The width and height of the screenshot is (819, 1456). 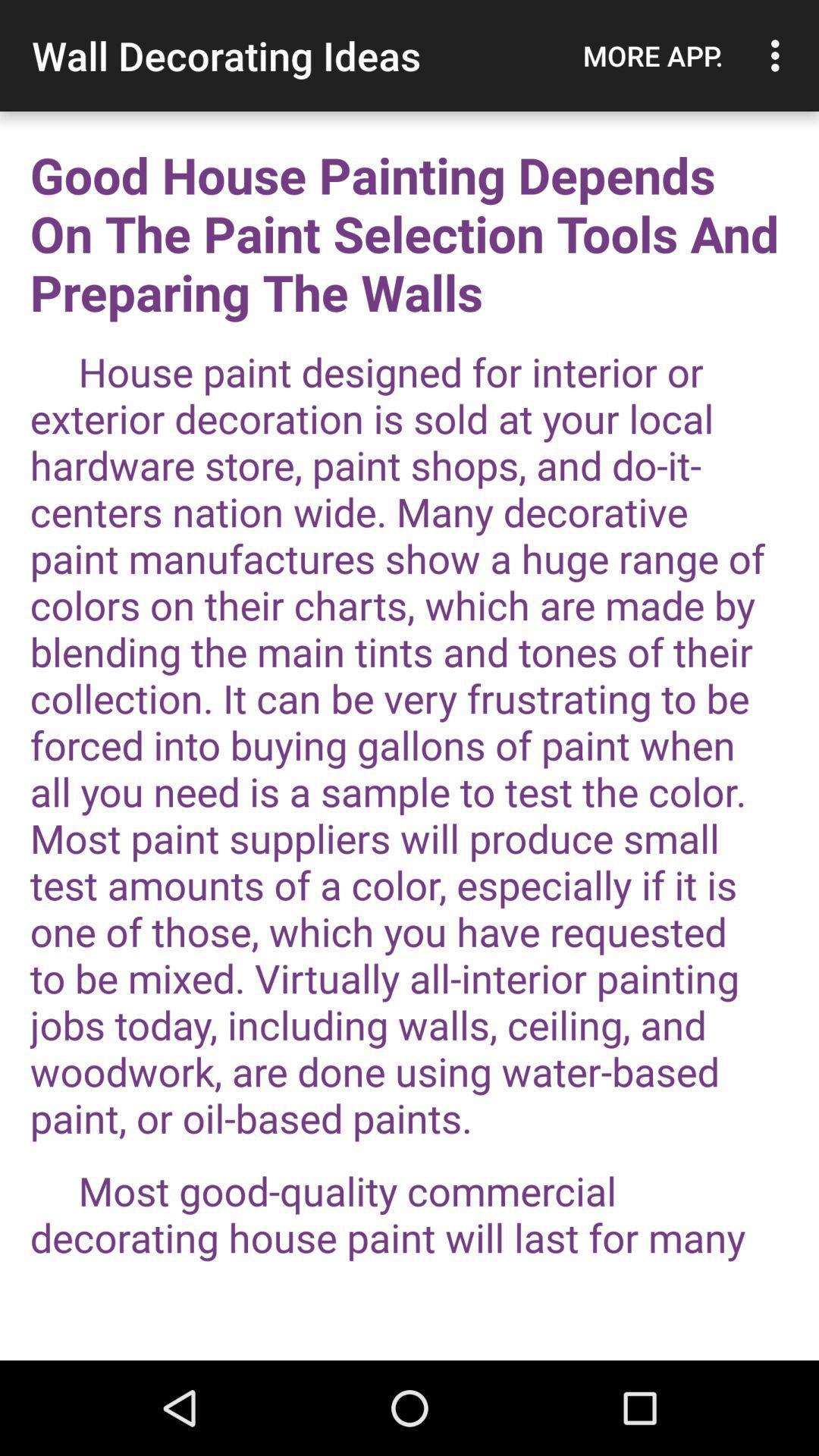 I want to click on the icon above the good house painting icon, so click(x=652, y=55).